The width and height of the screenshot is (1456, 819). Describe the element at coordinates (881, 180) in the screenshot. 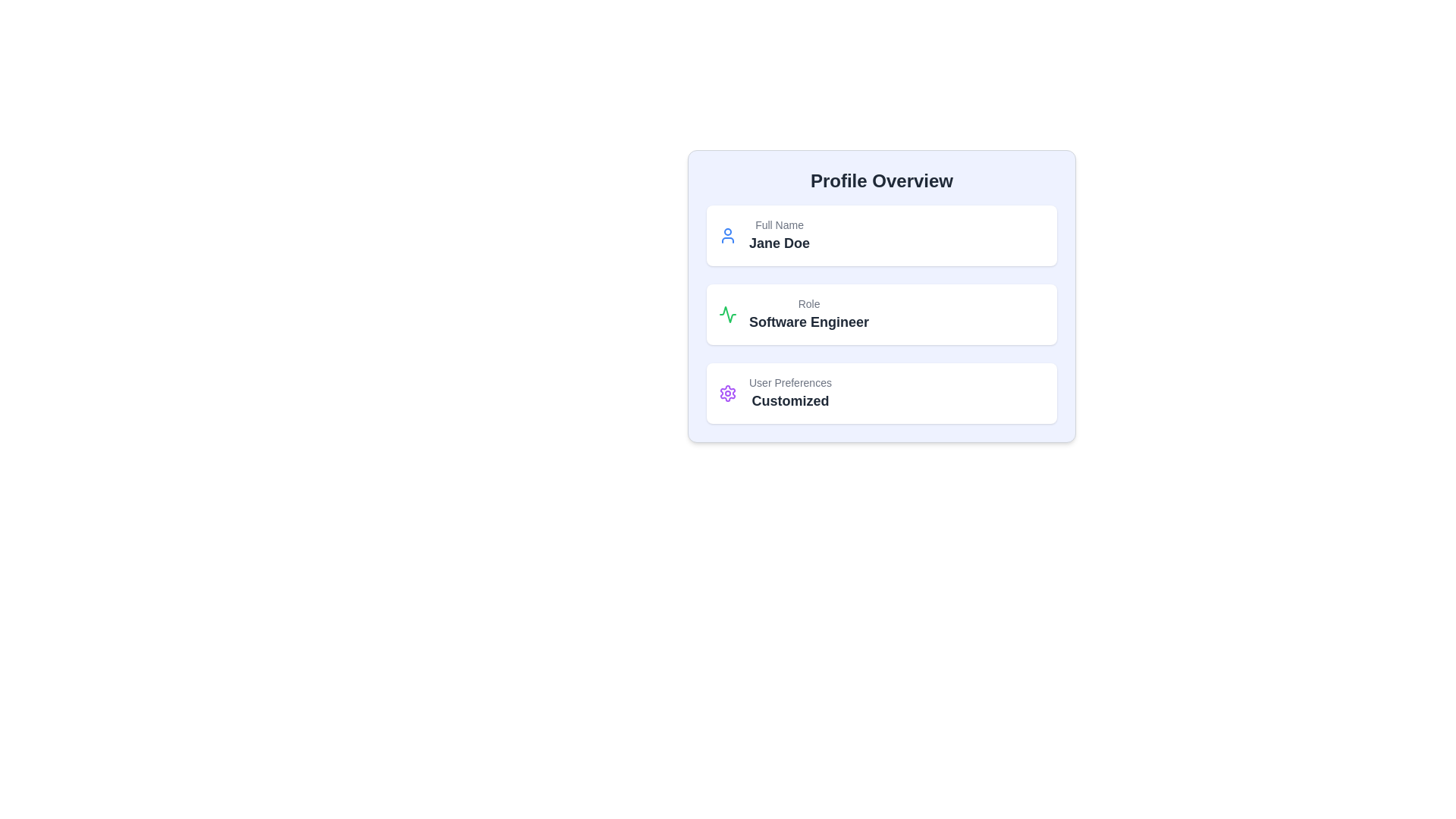

I see `header text element located at the top of the profile summary card, which indicates the card's content` at that location.